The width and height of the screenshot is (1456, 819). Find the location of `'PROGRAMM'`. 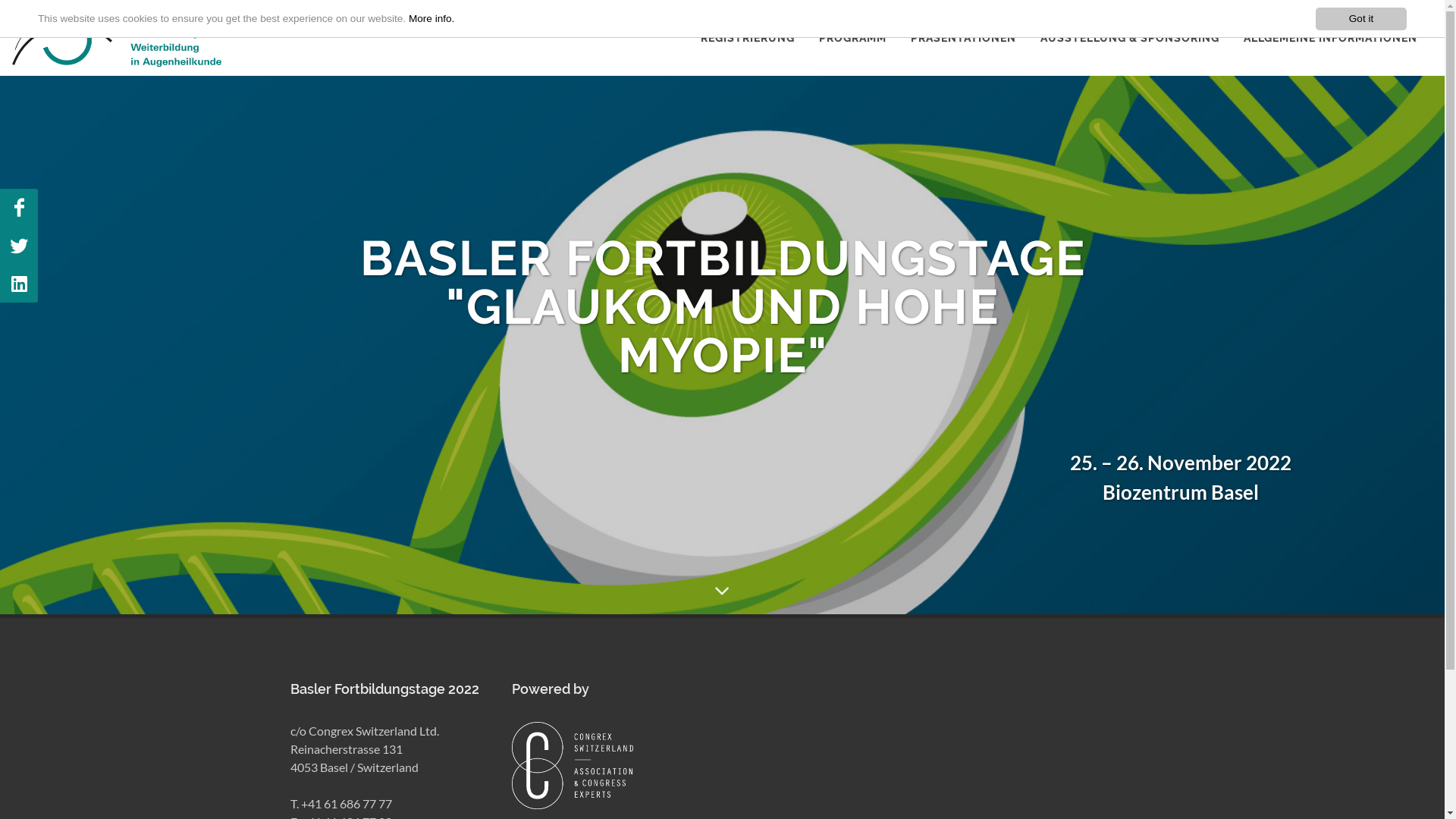

'PROGRAMM' is located at coordinates (852, 37).